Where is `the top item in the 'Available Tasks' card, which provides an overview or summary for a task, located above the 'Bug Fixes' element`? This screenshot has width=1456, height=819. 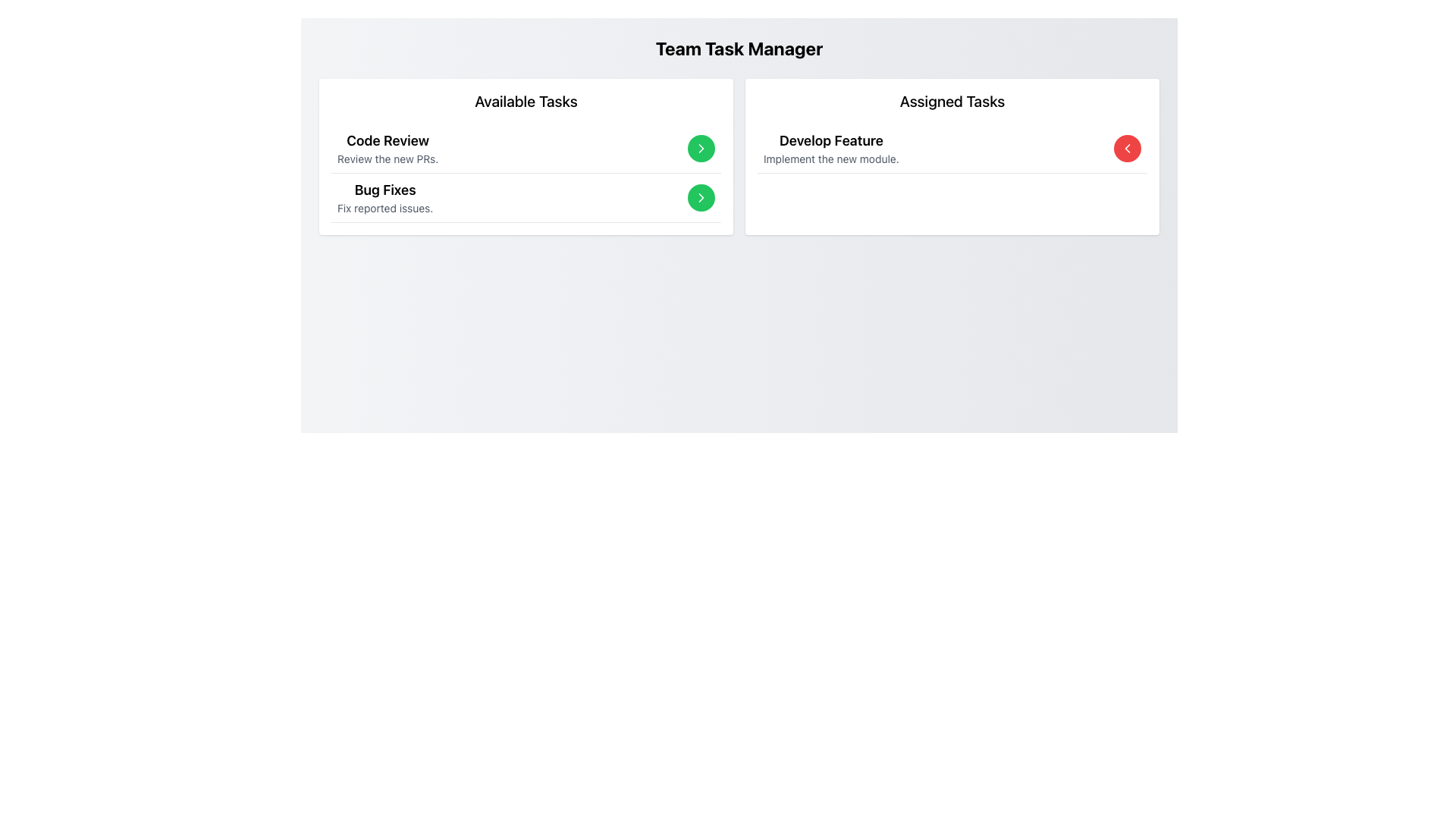
the top item in the 'Available Tasks' card, which provides an overview or summary for a task, located above the 'Bug Fixes' element is located at coordinates (388, 149).